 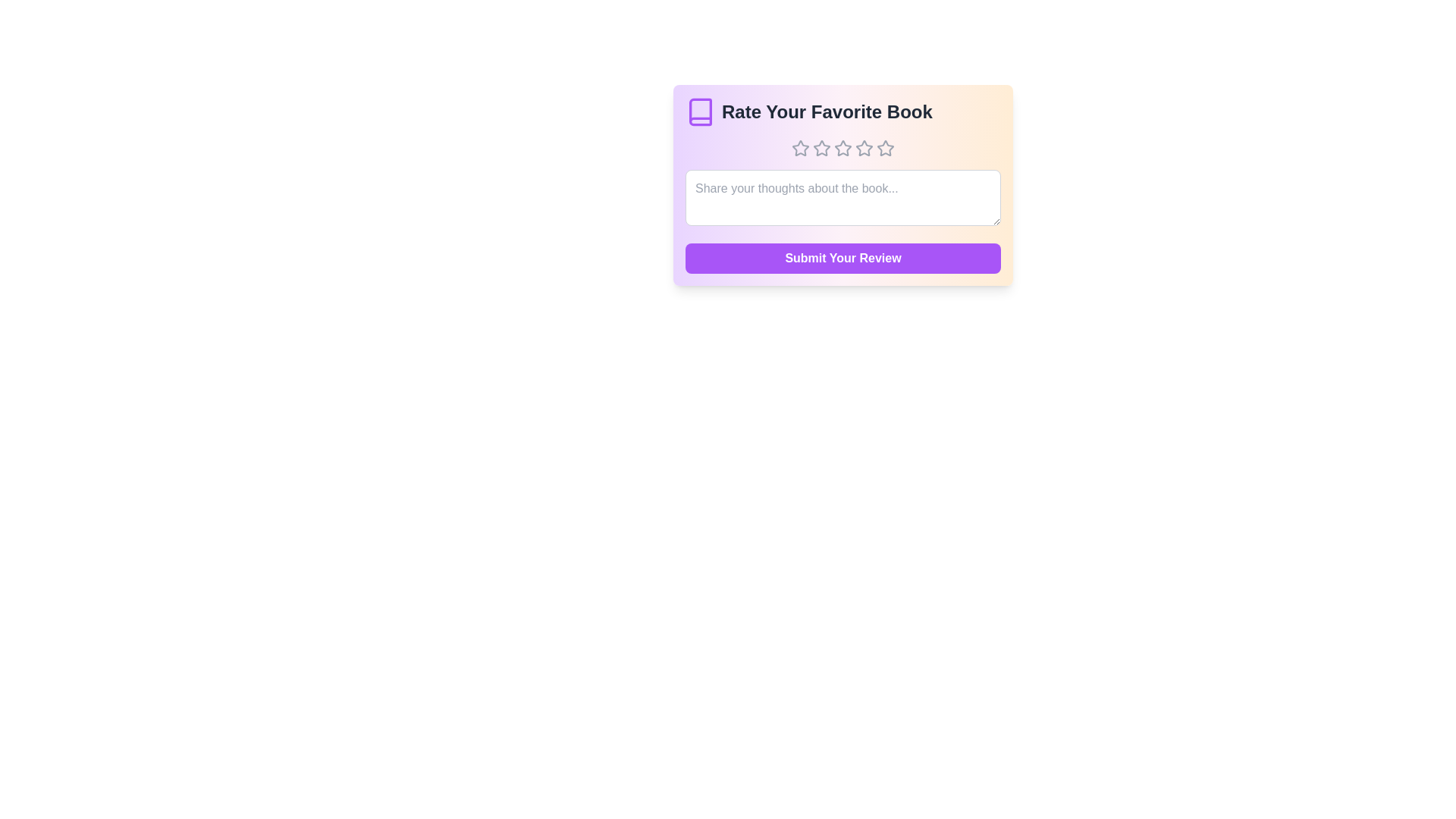 What do you see at coordinates (843, 111) in the screenshot?
I see `the title text element and read its content` at bounding box center [843, 111].